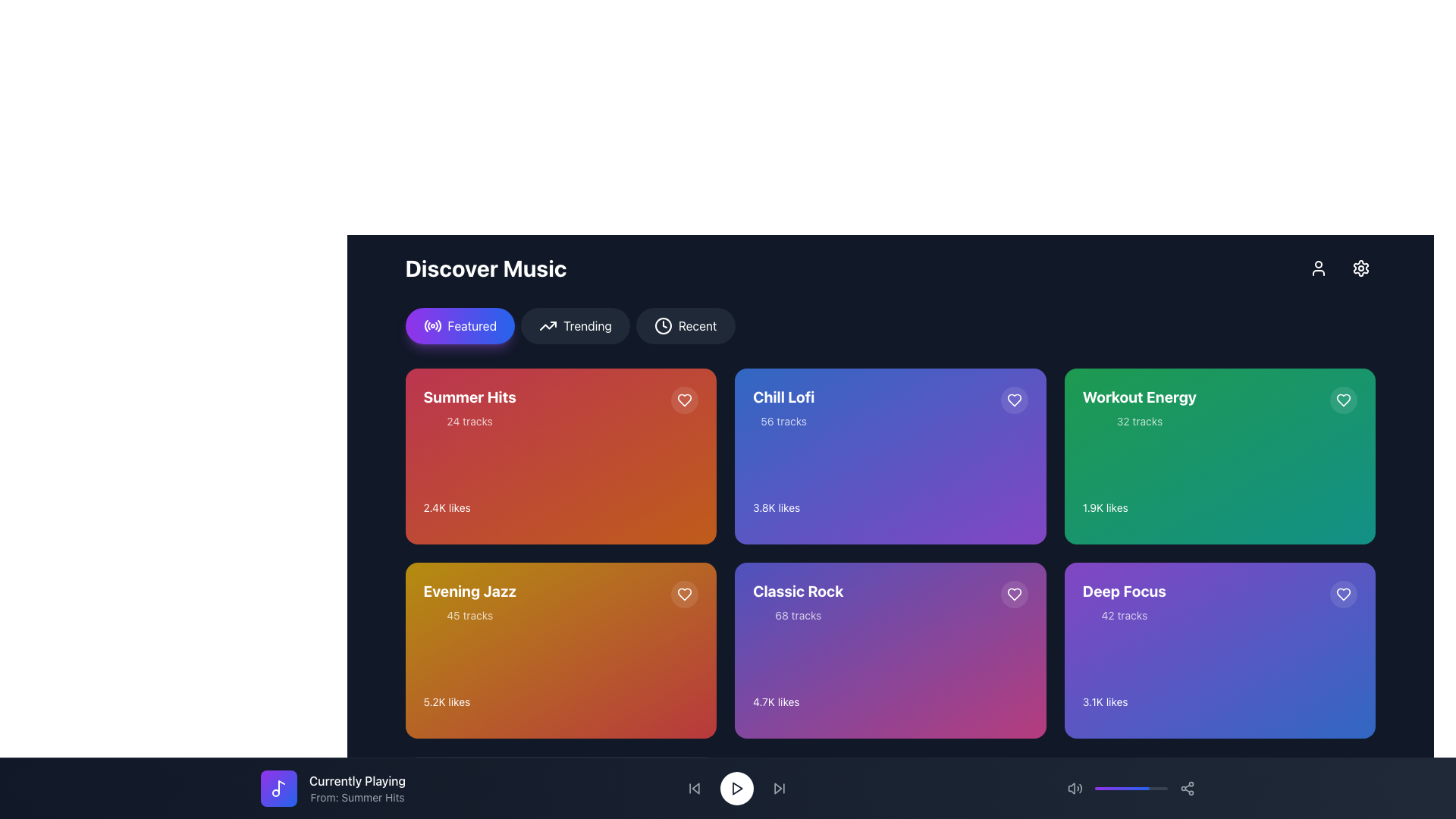 This screenshot has width=1456, height=819. I want to click on the heart-shaped interactive icon button located in the top-right corner of the 'Summer Hits' card, so click(684, 593).